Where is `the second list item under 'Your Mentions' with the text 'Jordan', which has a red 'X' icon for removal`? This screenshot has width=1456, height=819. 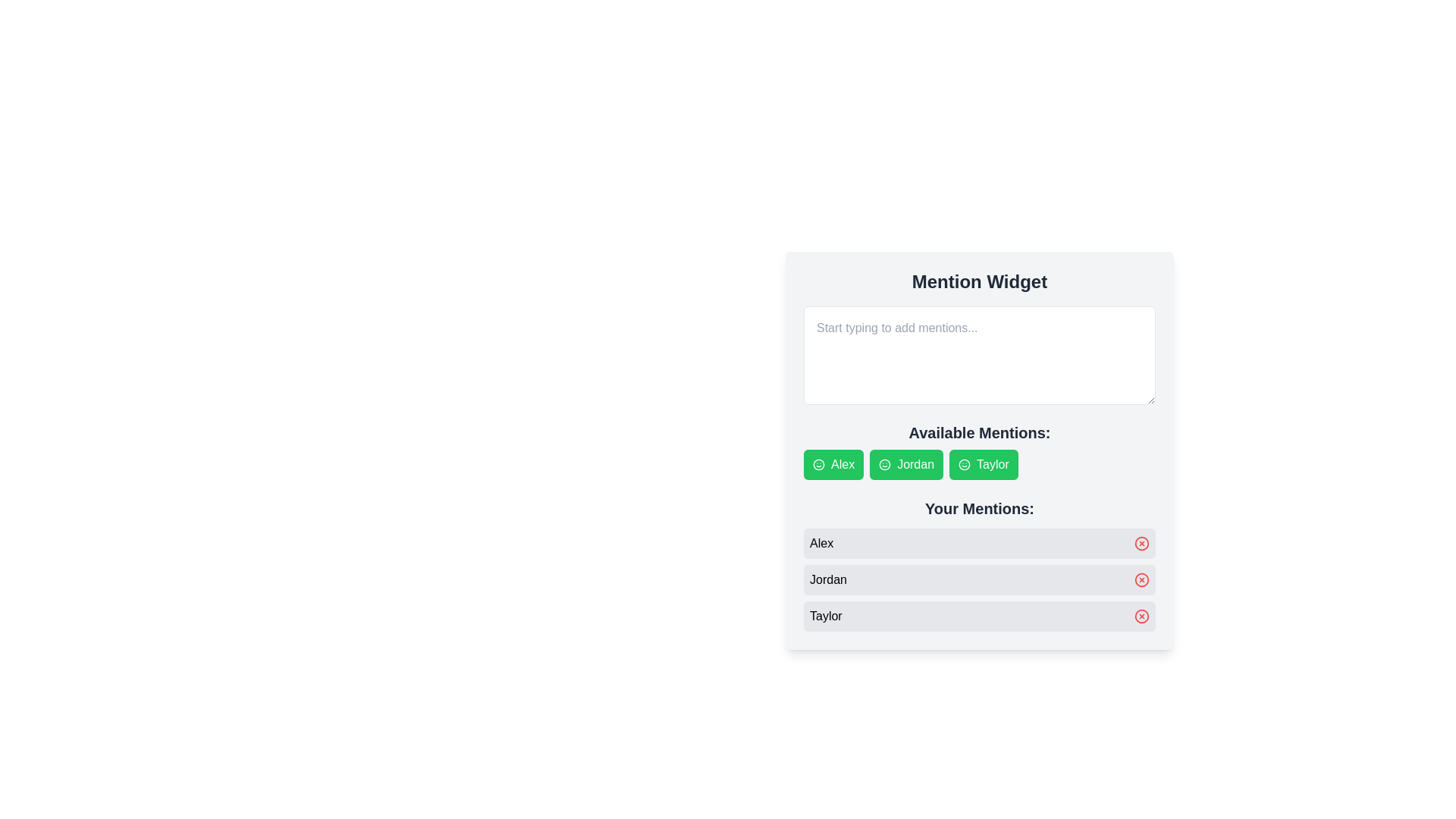 the second list item under 'Your Mentions' with the text 'Jordan', which has a red 'X' icon for removal is located at coordinates (979, 579).